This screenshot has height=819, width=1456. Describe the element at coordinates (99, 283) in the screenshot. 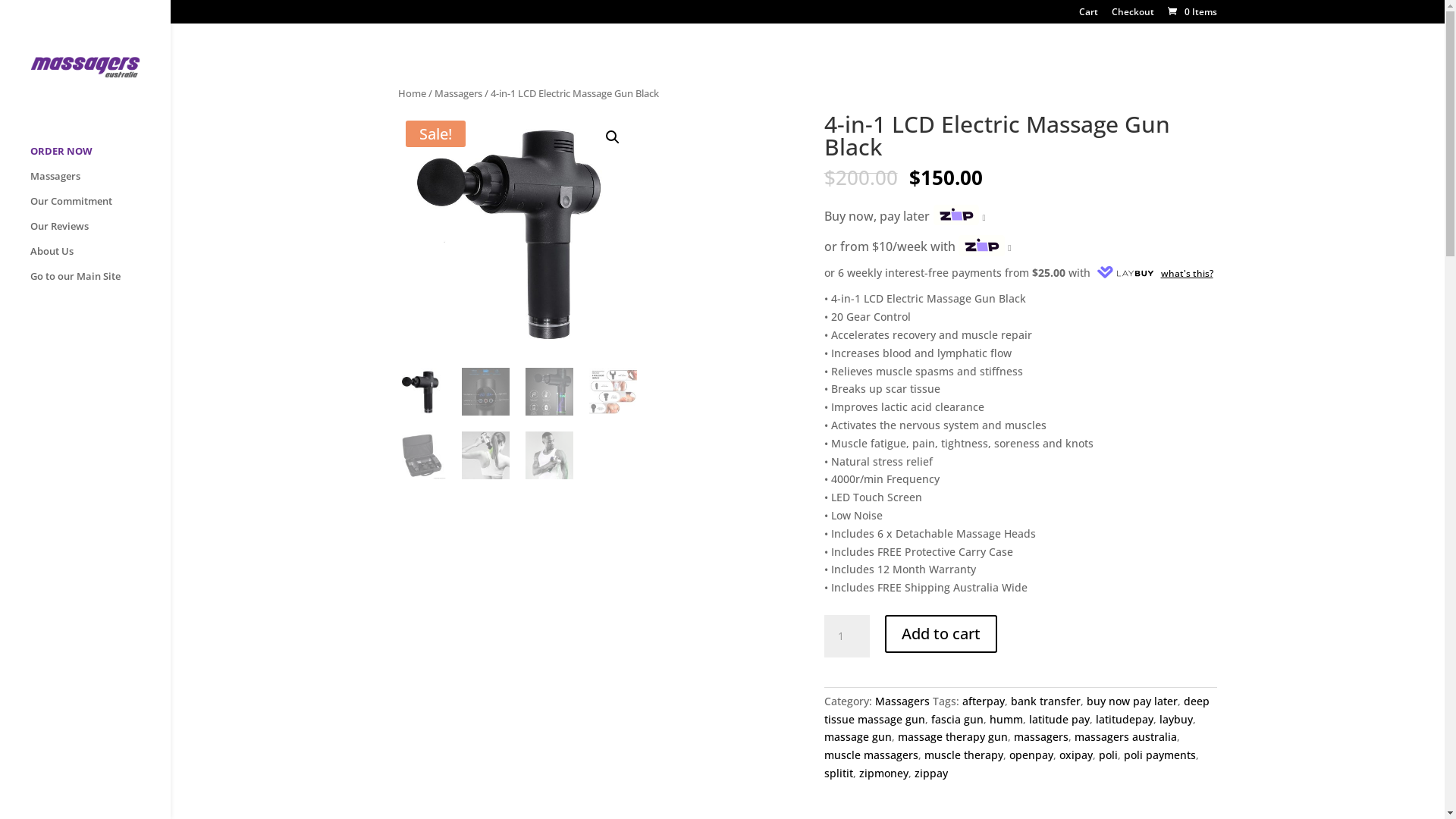

I see `'Go to our Main Site'` at that location.